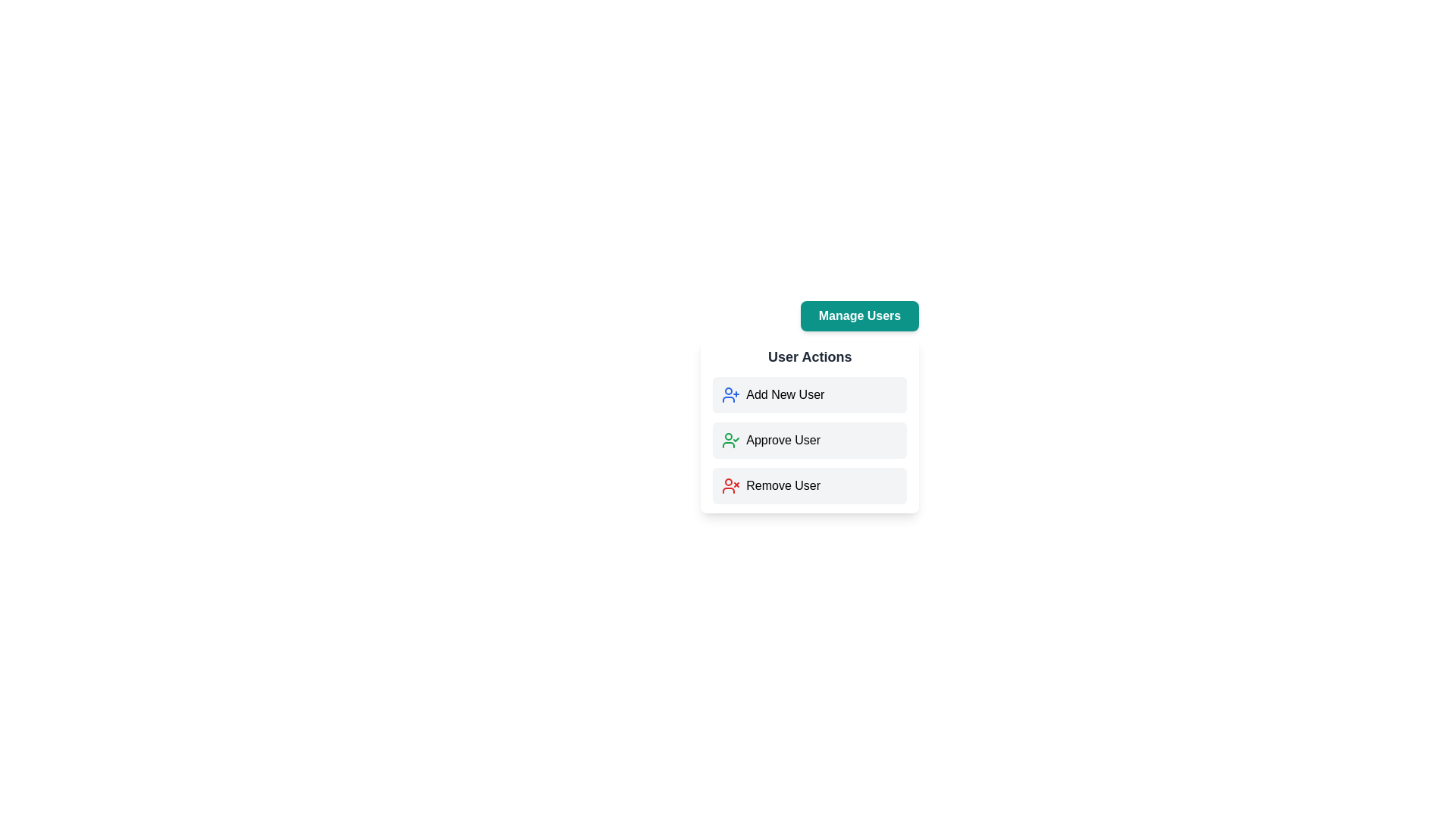 The width and height of the screenshot is (1456, 819). Describe the element at coordinates (783, 441) in the screenshot. I see `text label 'Approve User' which is located in the center of the second row of user action options, directly below the 'Add New User' row` at that location.